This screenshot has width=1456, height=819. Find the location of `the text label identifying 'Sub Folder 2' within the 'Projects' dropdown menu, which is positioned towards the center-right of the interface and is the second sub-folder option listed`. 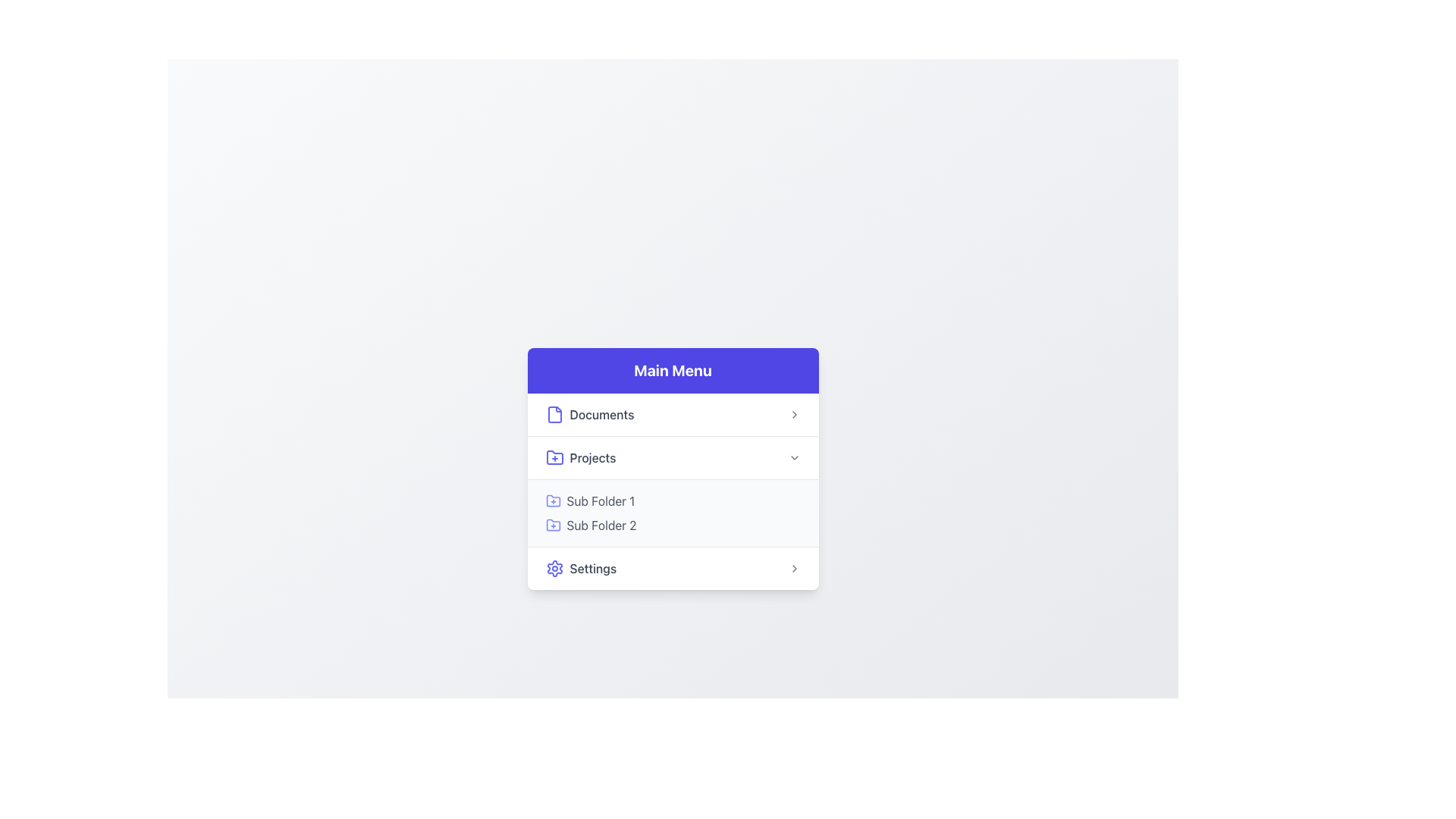

the text label identifying 'Sub Folder 2' within the 'Projects' dropdown menu, which is positioned towards the center-right of the interface and is the second sub-folder option listed is located at coordinates (601, 524).